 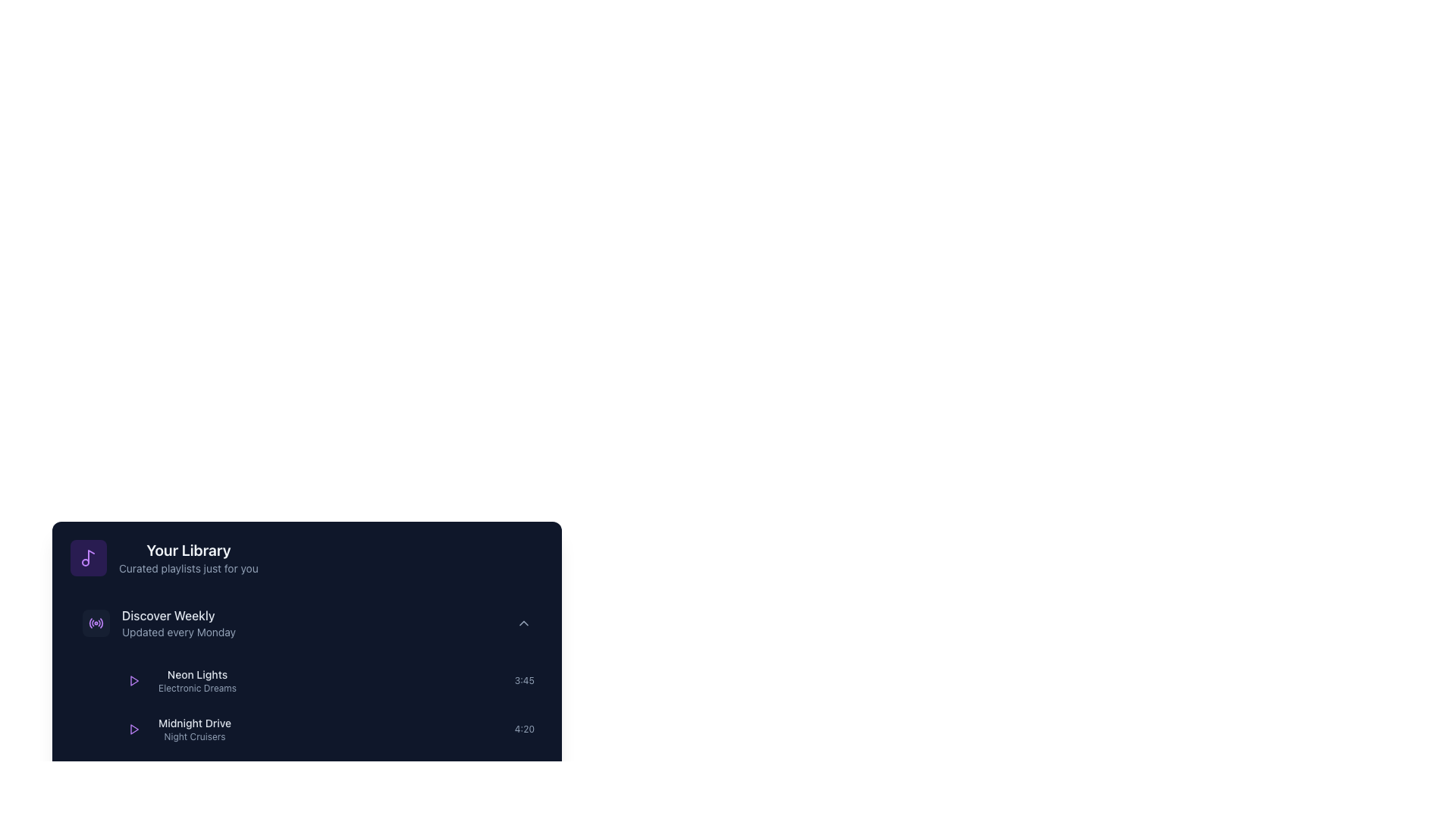 I want to click on the Text label displaying 'Neon Lights' and 'Electronic Dreams' located in the 'Your Library' section, positioned below 'Discover Weekly', so click(x=196, y=680).